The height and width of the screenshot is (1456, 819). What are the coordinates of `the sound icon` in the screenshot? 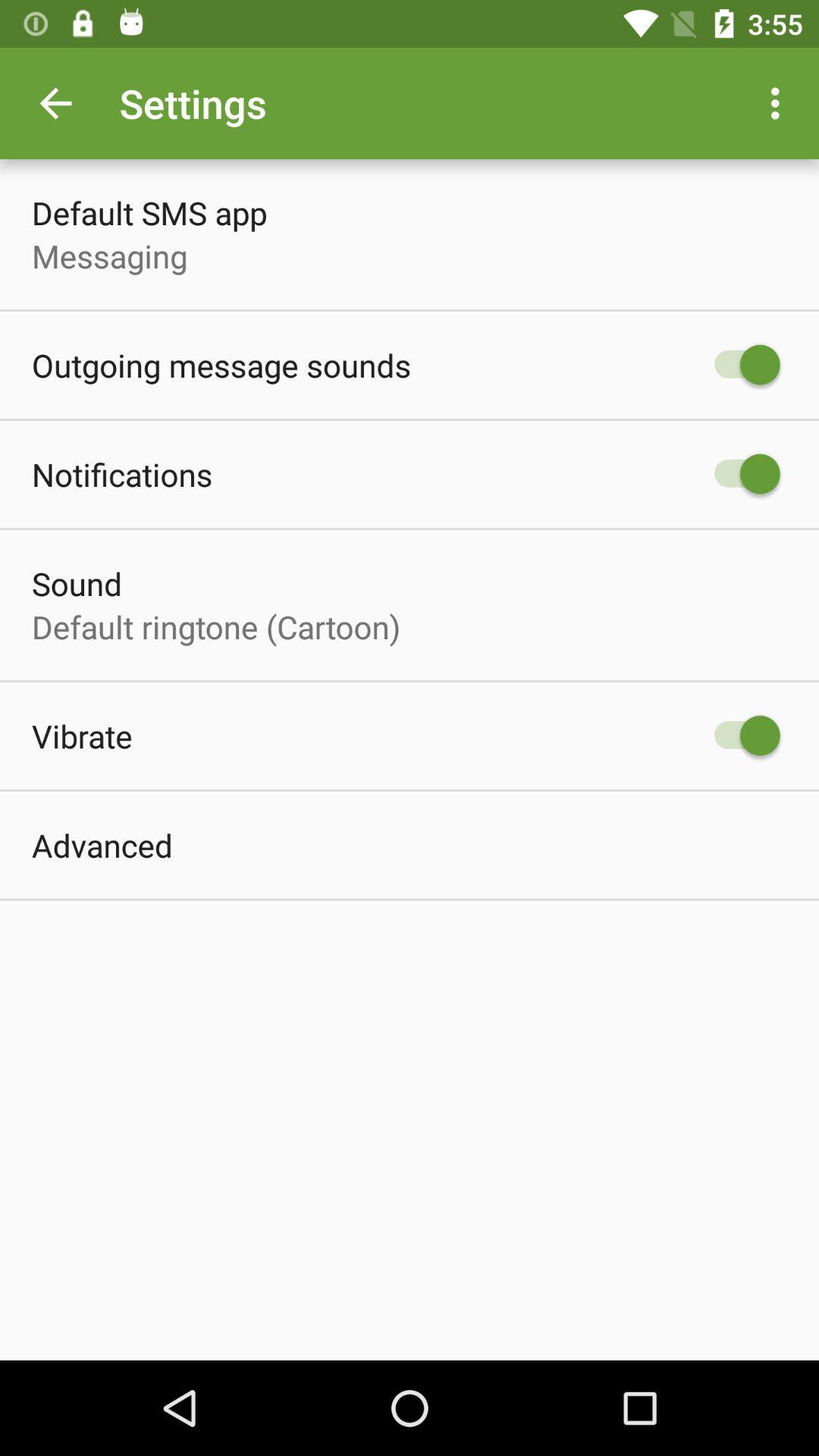 It's located at (77, 582).